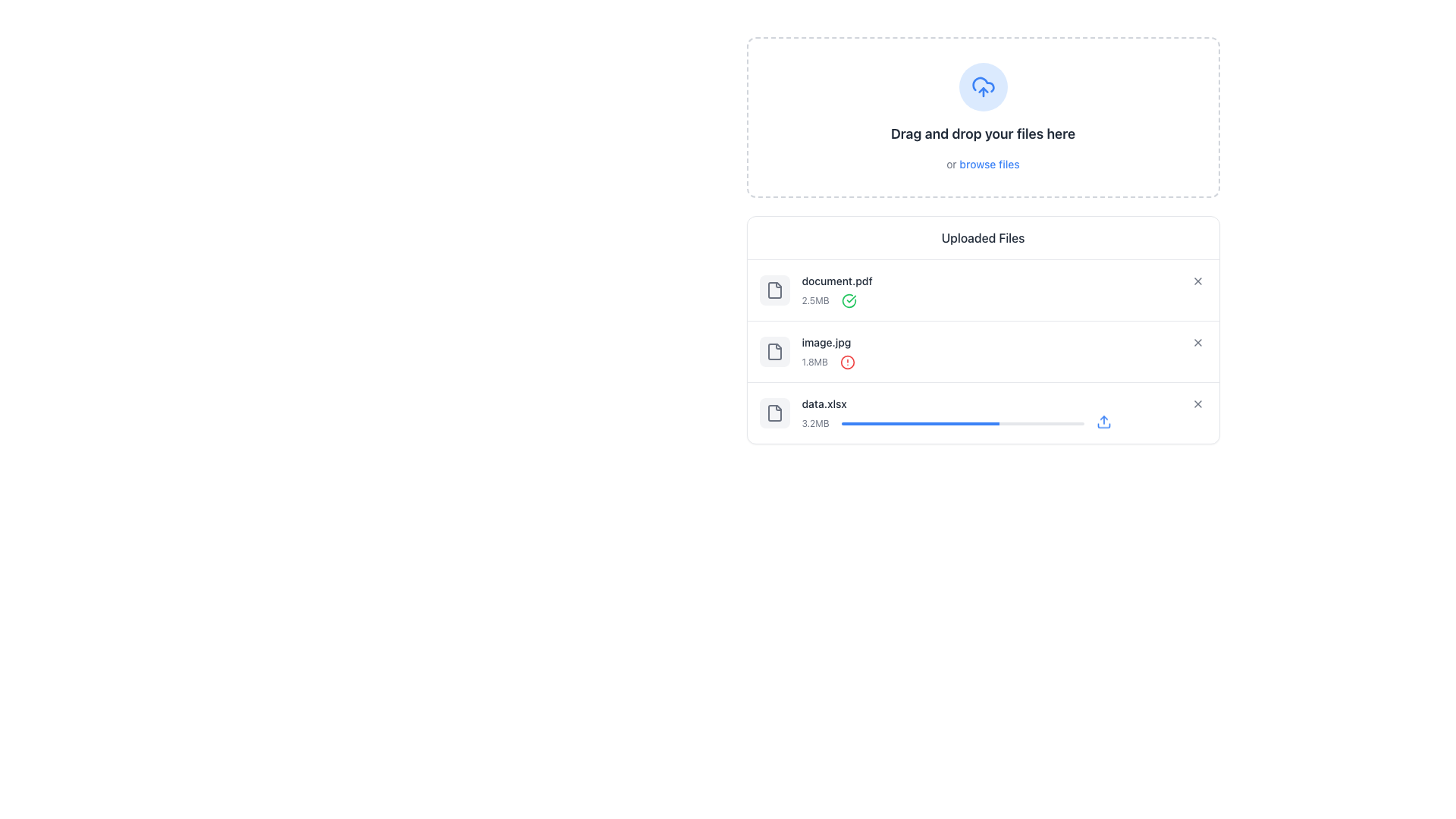 Image resolution: width=1456 pixels, height=819 pixels. What do you see at coordinates (1197, 281) in the screenshot?
I see `the 'X' icon button on the right edge of the file entry row for 'document.pdf'` at bounding box center [1197, 281].